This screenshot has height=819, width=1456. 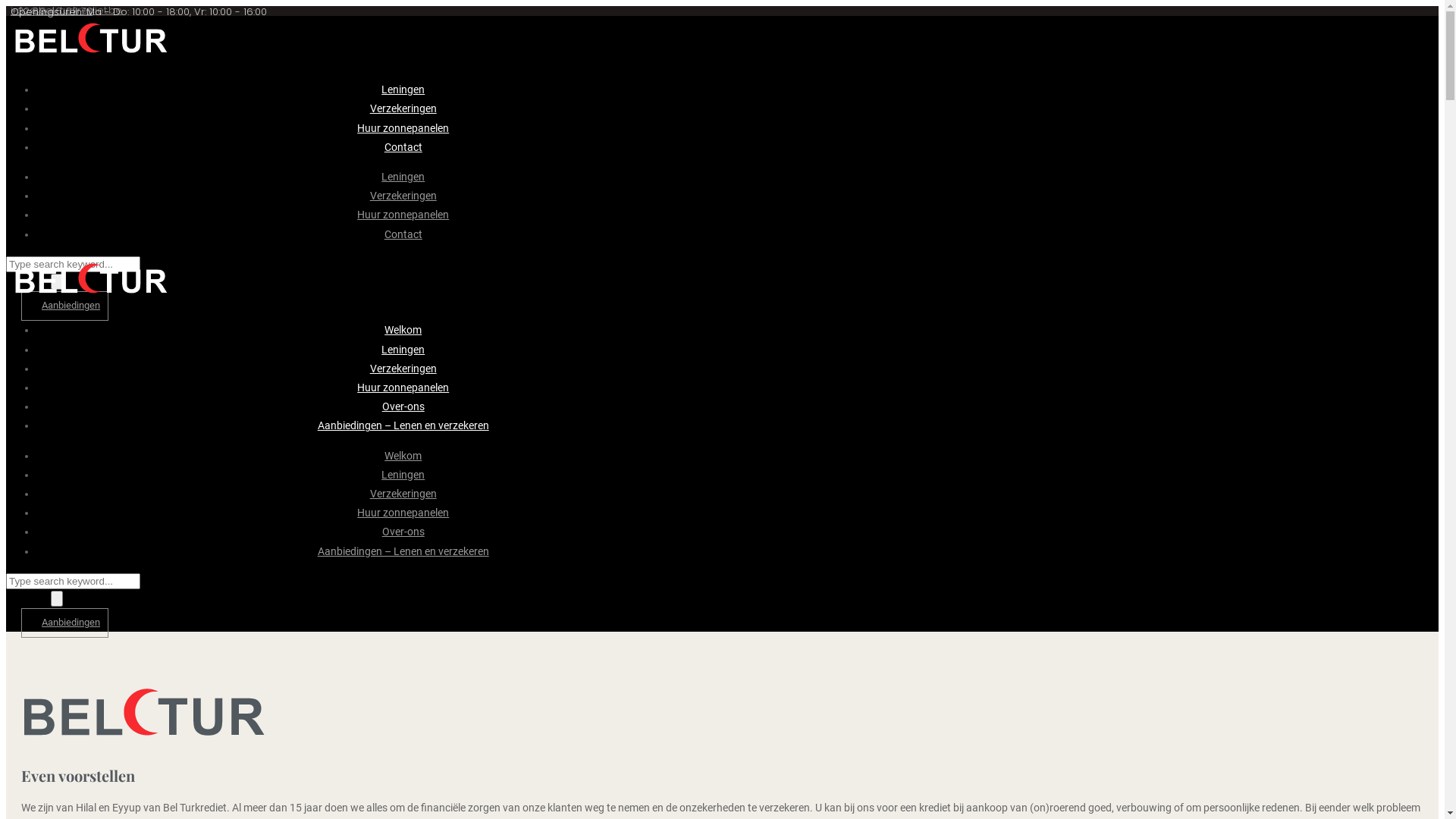 What do you see at coordinates (403, 369) in the screenshot?
I see `'Verzekeringen'` at bounding box center [403, 369].